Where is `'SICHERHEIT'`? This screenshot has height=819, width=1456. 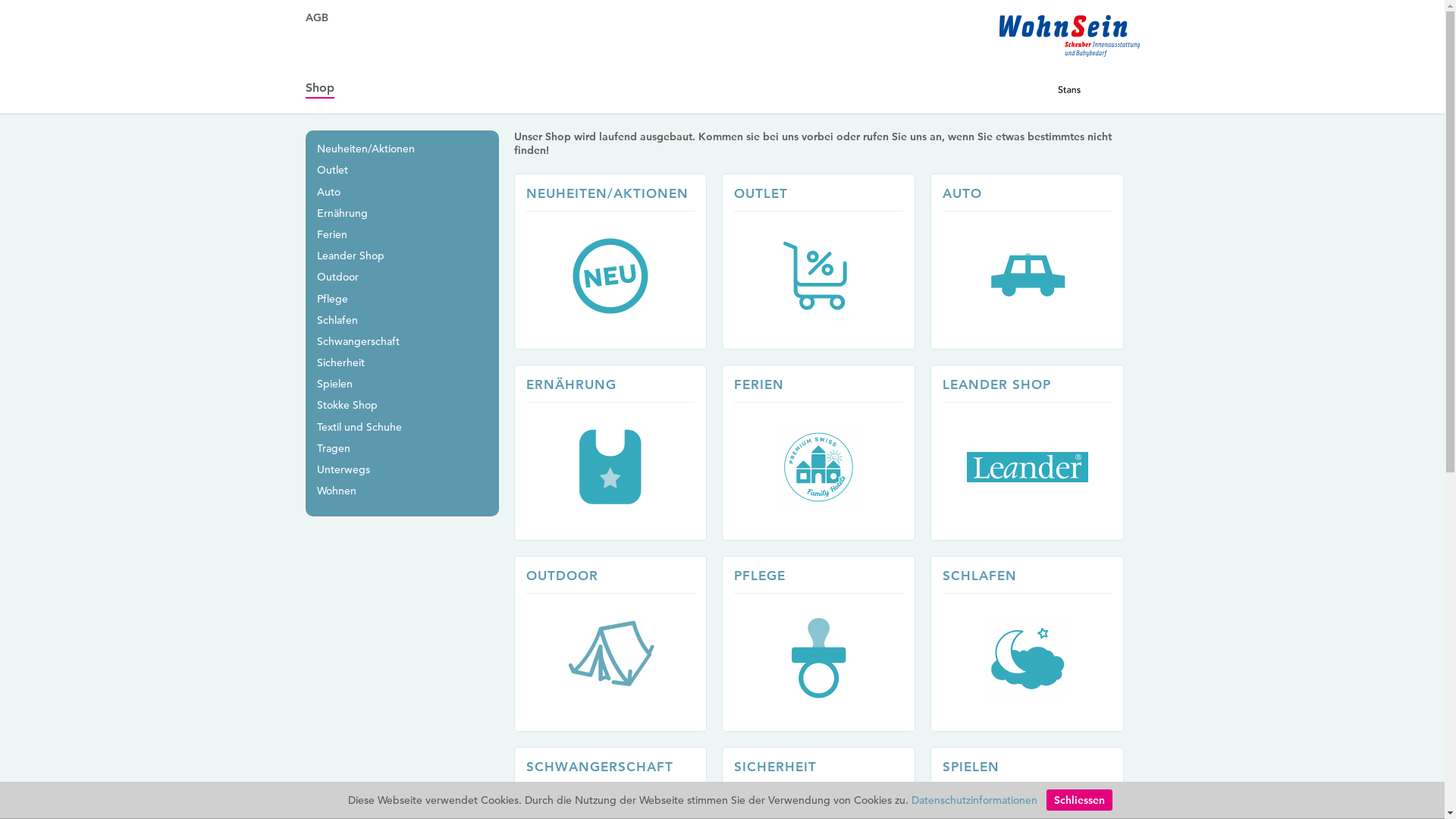
'SICHERHEIT' is located at coordinates (775, 766).